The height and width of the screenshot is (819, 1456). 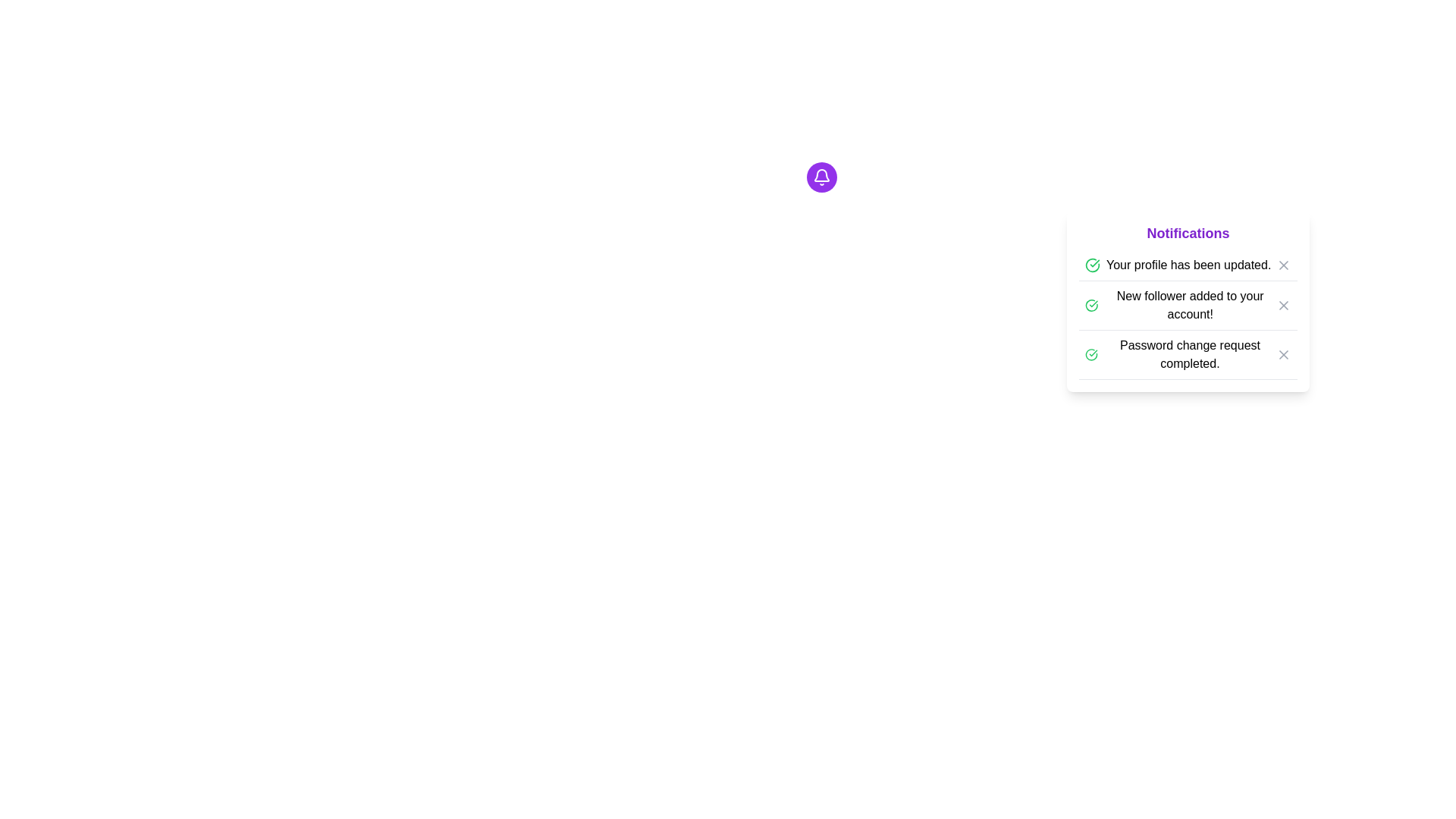 I want to click on the Notification Message displaying 'Password change request completed.' with a green checkmark icon and a close button on the right, so click(x=1189, y=354).